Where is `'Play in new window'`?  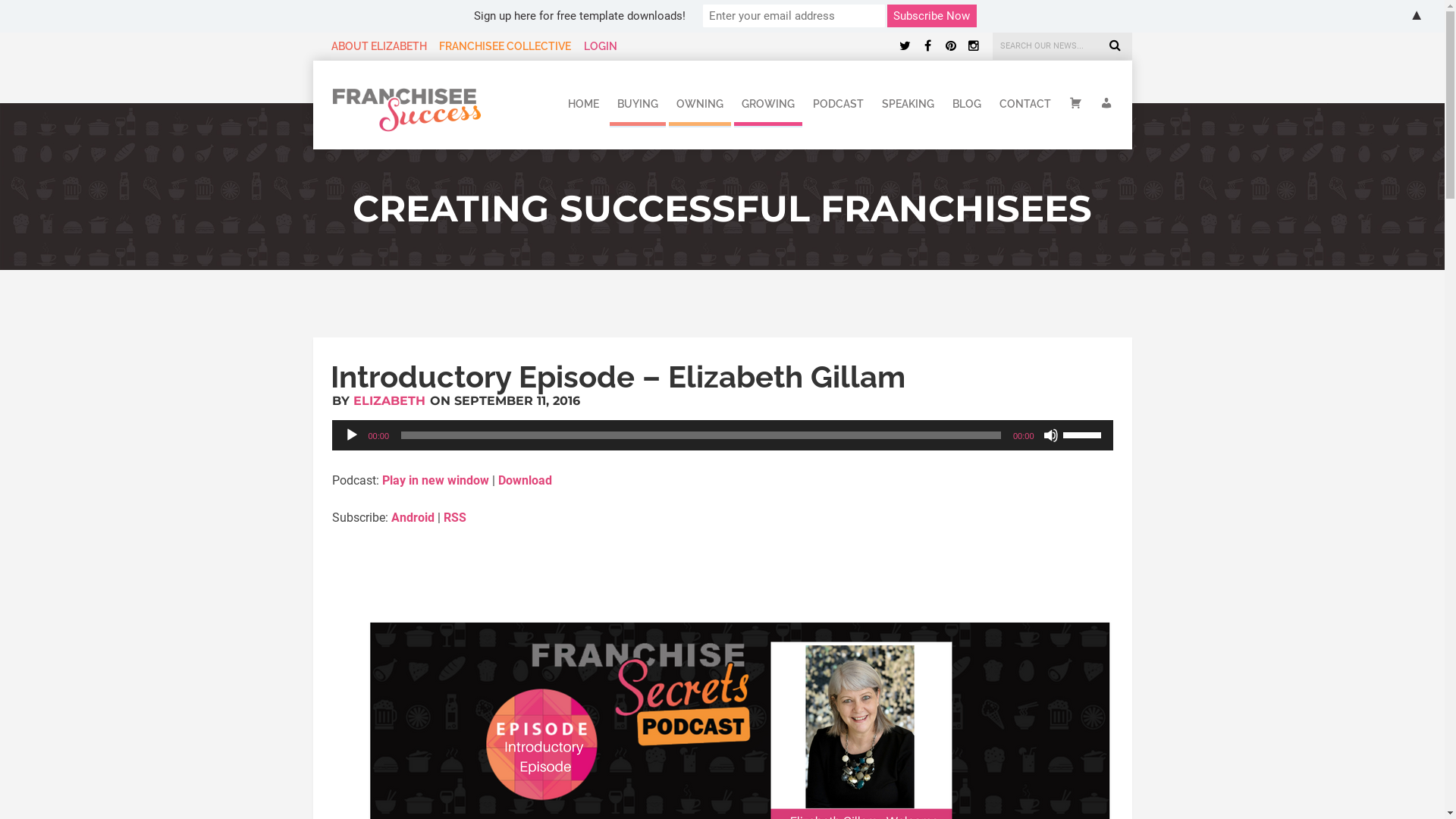
'Play in new window' is located at coordinates (435, 480).